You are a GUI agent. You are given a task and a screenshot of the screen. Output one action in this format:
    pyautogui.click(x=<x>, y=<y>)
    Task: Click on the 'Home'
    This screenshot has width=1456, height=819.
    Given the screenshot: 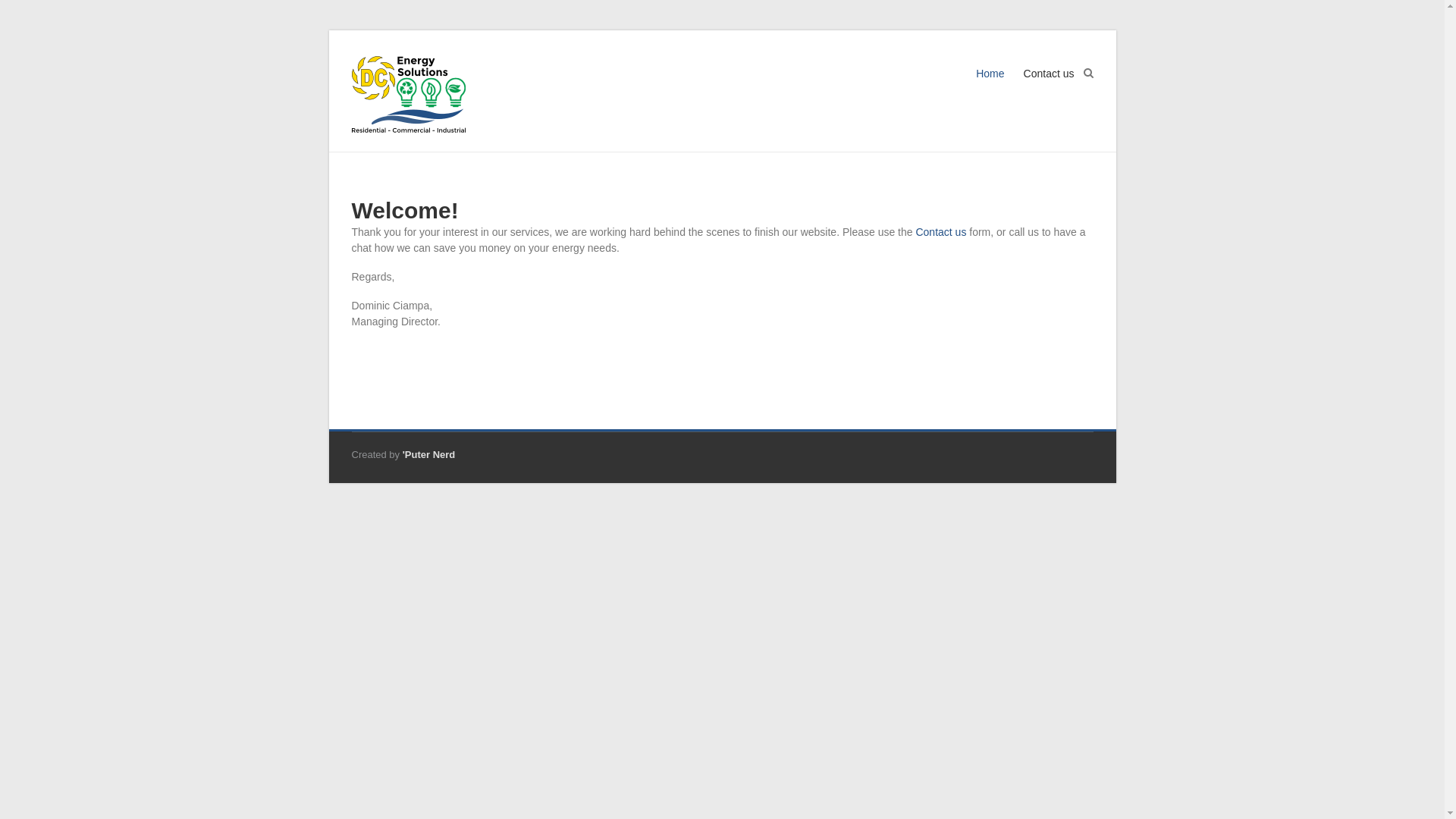 What is the action you would take?
    pyautogui.click(x=975, y=87)
    